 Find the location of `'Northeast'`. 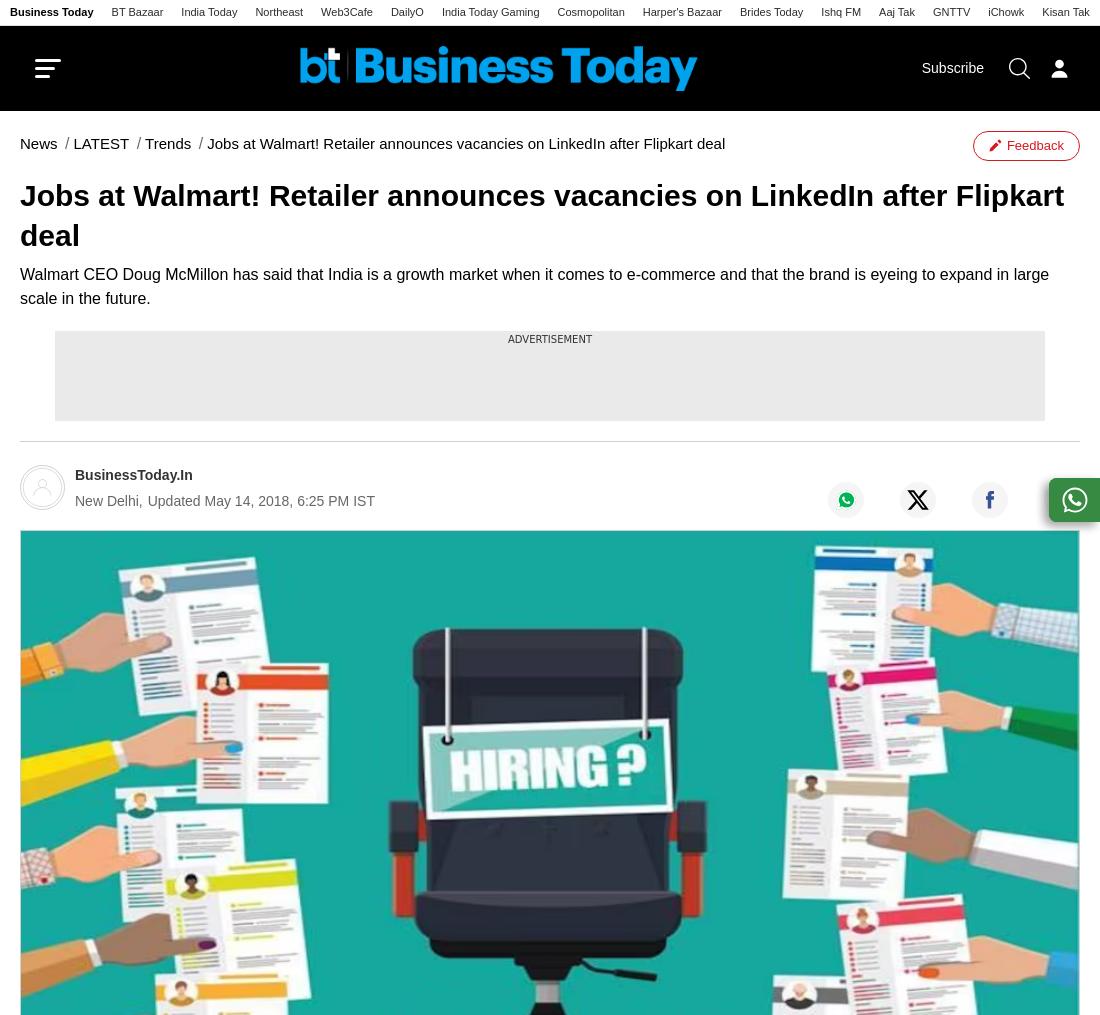

'Northeast' is located at coordinates (277, 10).